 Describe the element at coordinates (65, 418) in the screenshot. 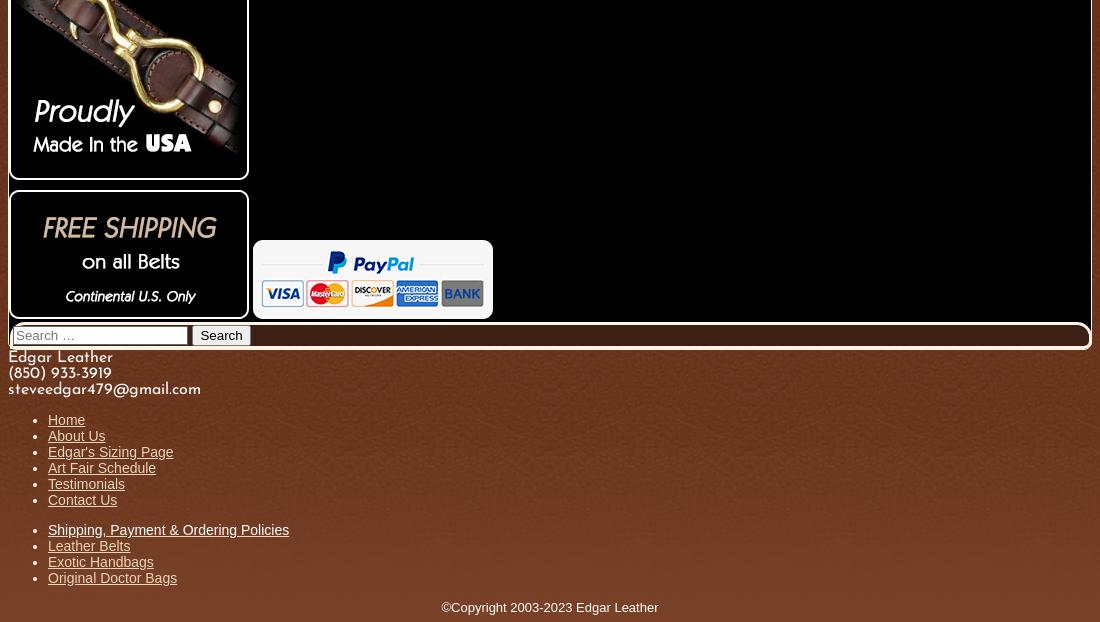

I see `'Home'` at that location.